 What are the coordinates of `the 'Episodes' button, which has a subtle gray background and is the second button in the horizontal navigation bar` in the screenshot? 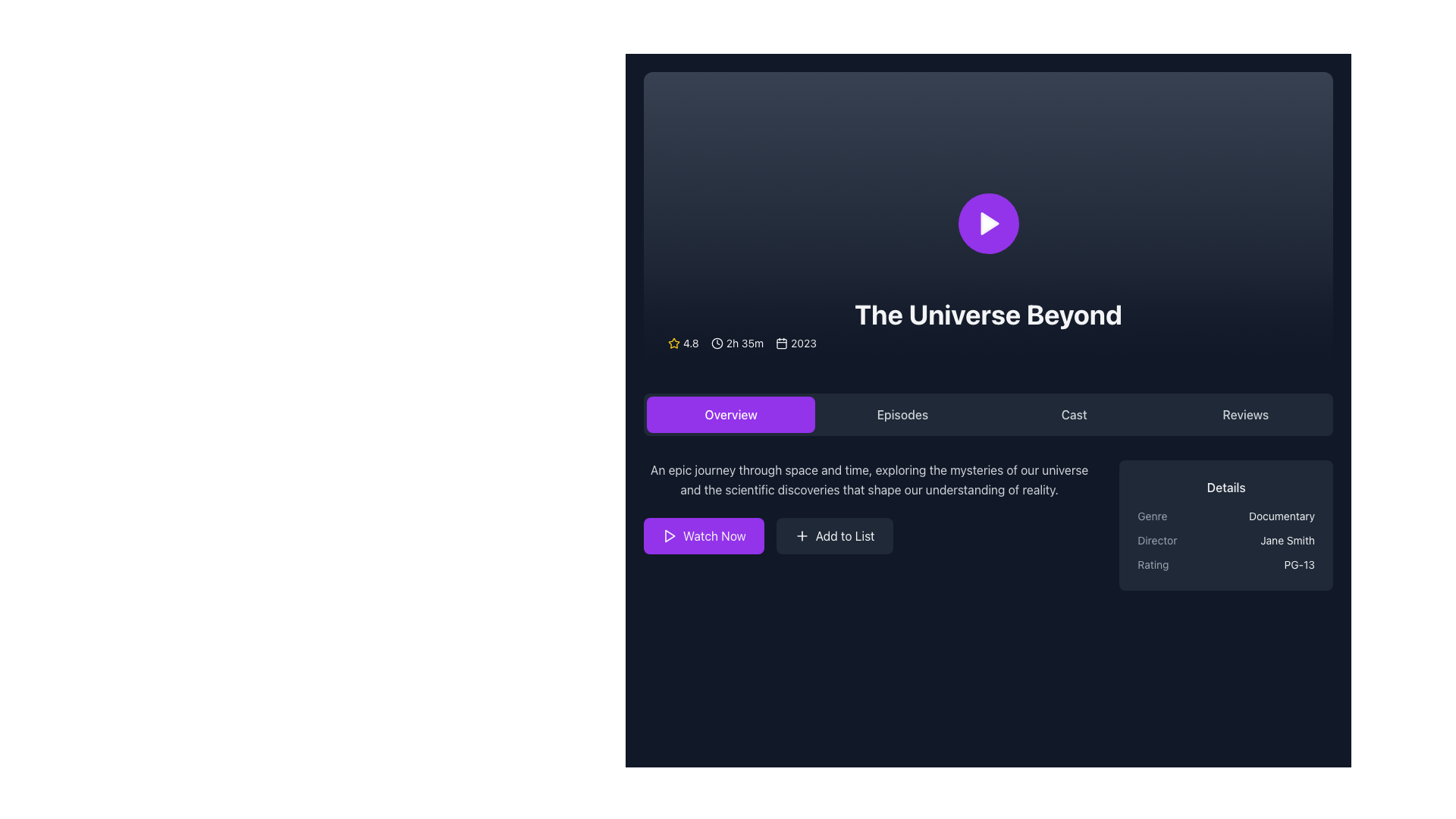 It's located at (902, 415).